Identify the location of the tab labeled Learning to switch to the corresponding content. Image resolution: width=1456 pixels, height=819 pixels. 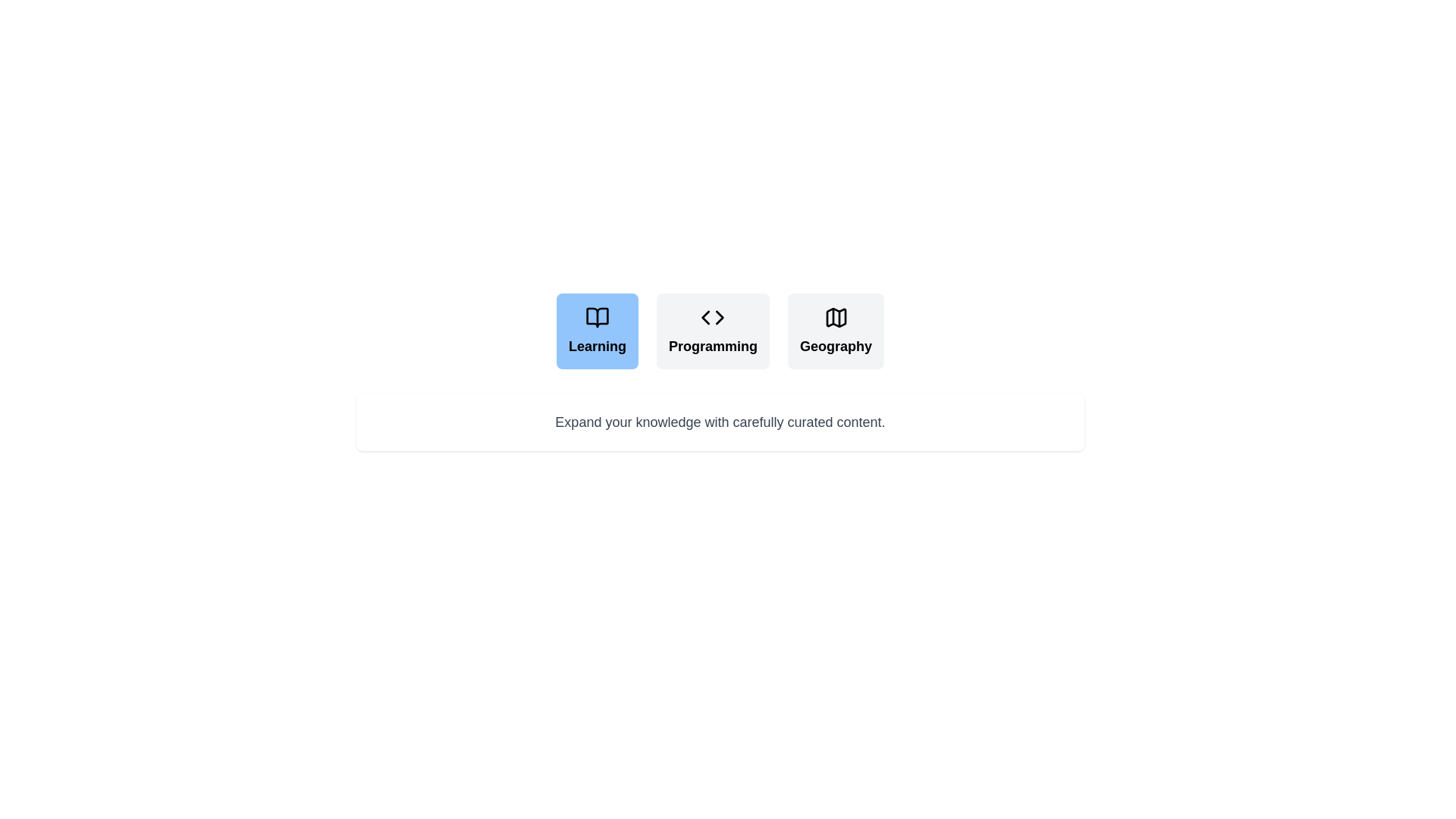
(596, 330).